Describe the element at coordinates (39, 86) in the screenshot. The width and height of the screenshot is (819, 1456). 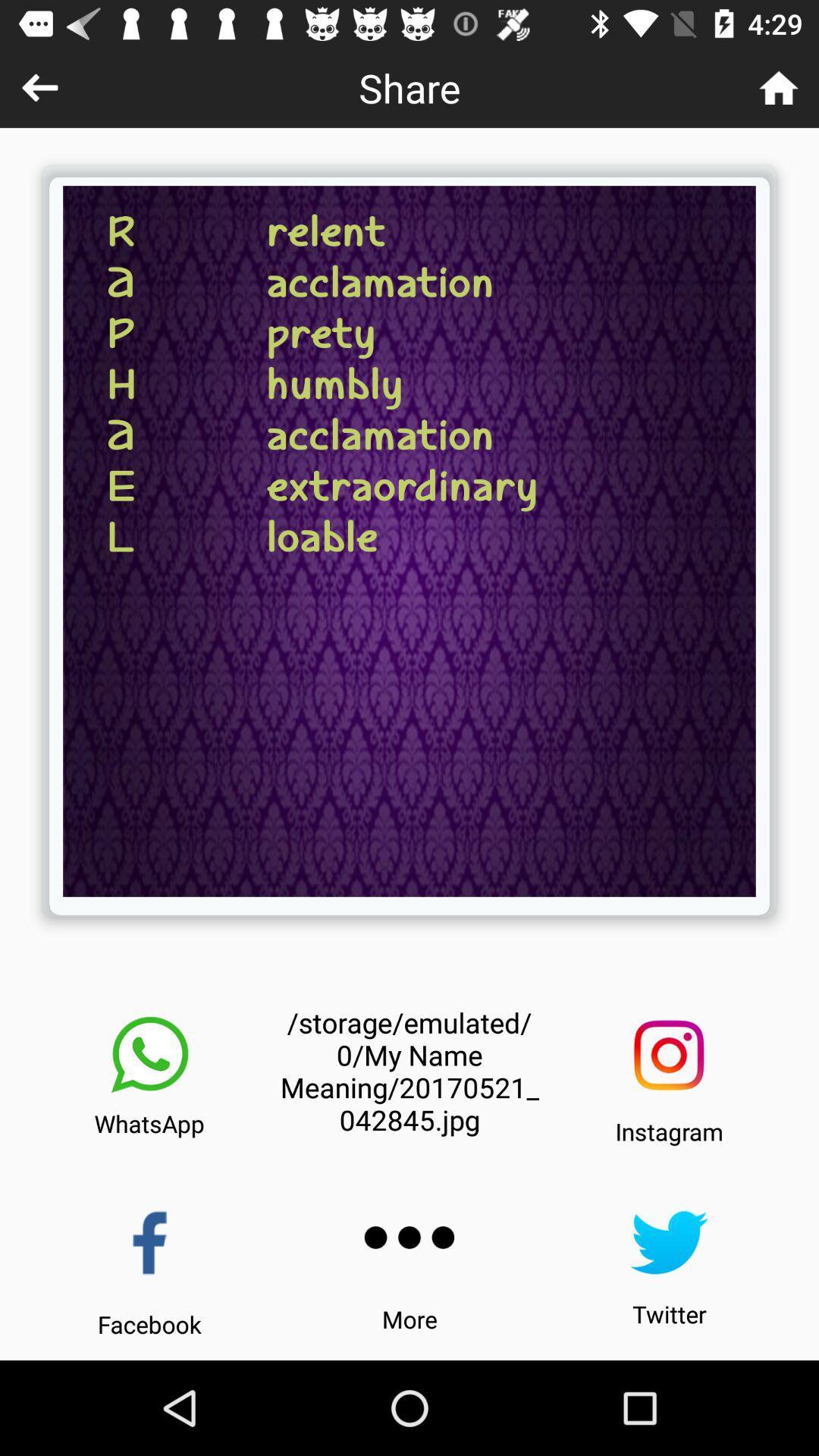
I see `item to the left of the share item` at that location.